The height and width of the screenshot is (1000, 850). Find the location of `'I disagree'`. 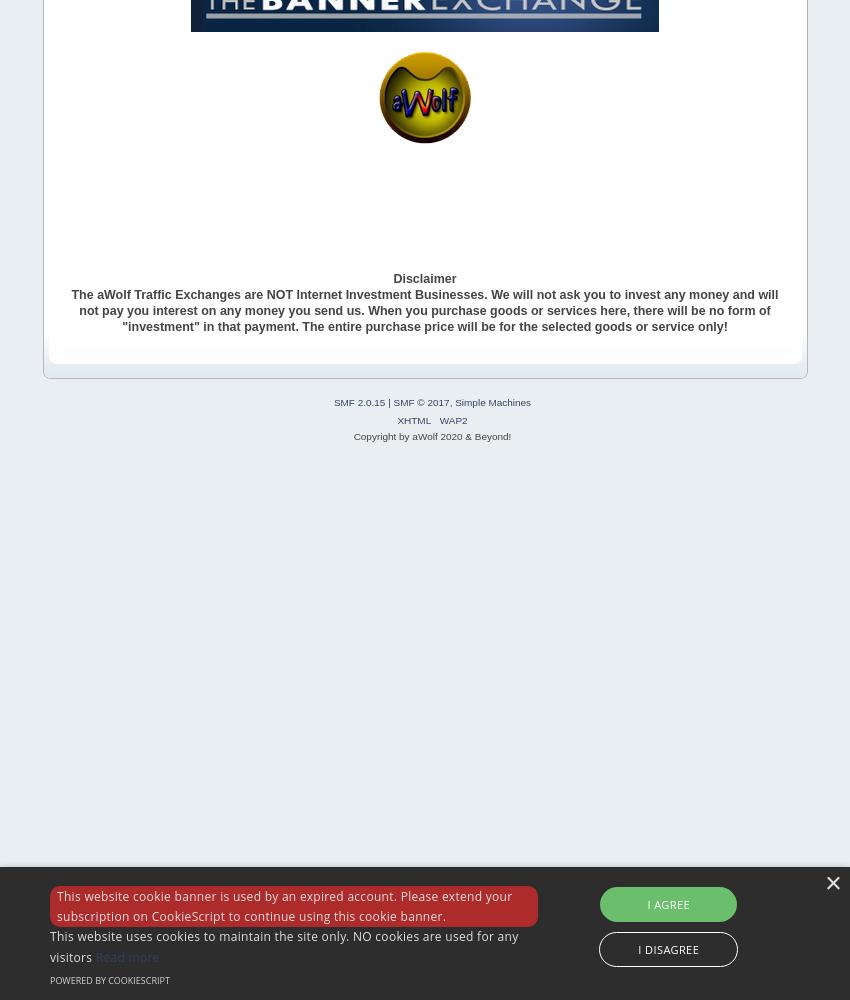

'I disagree' is located at coordinates (638, 948).